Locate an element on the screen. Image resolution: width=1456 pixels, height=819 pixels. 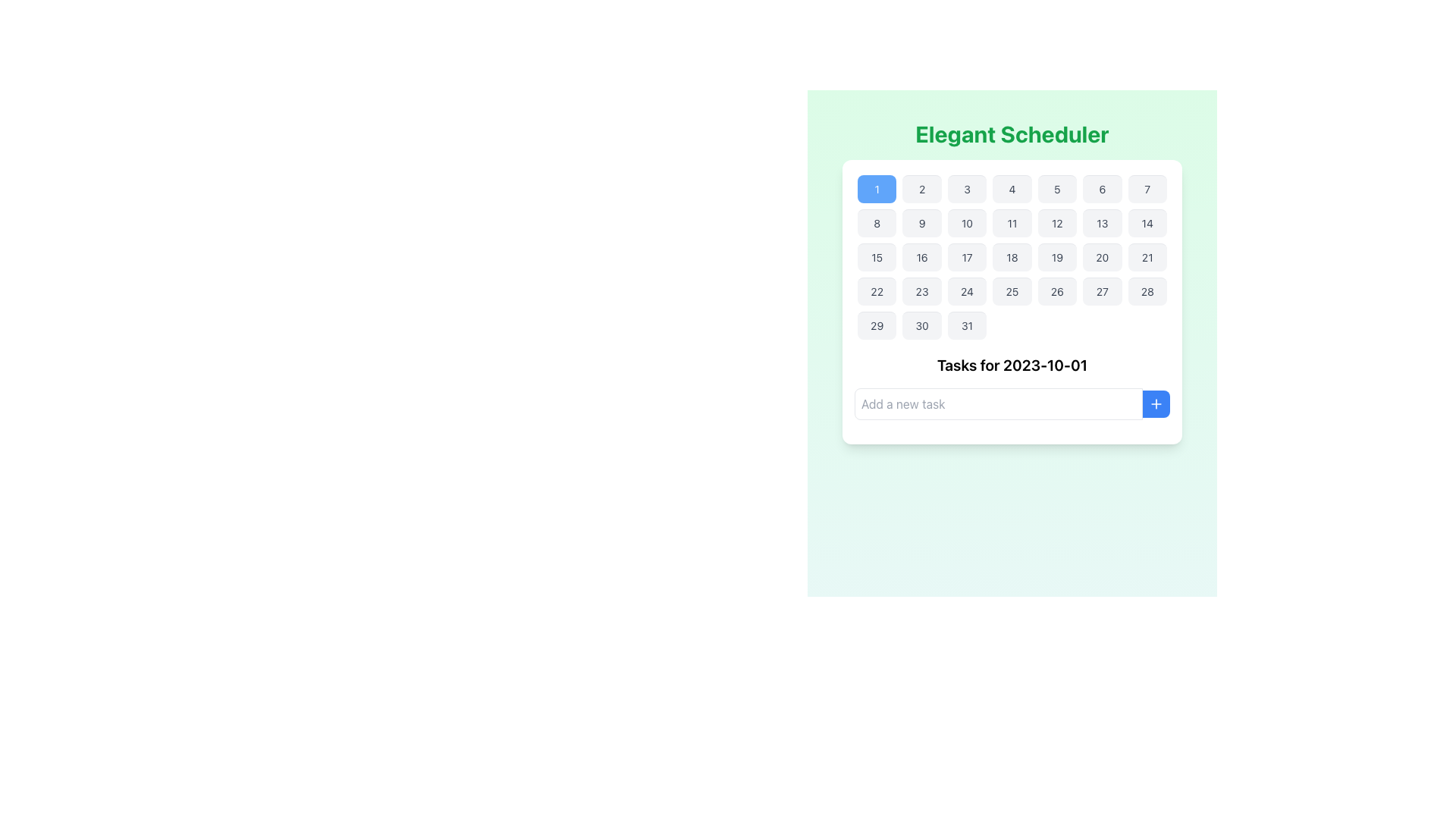
the button displaying the number '14' in the second row, seventh column of the calendar grid is located at coordinates (1147, 223).